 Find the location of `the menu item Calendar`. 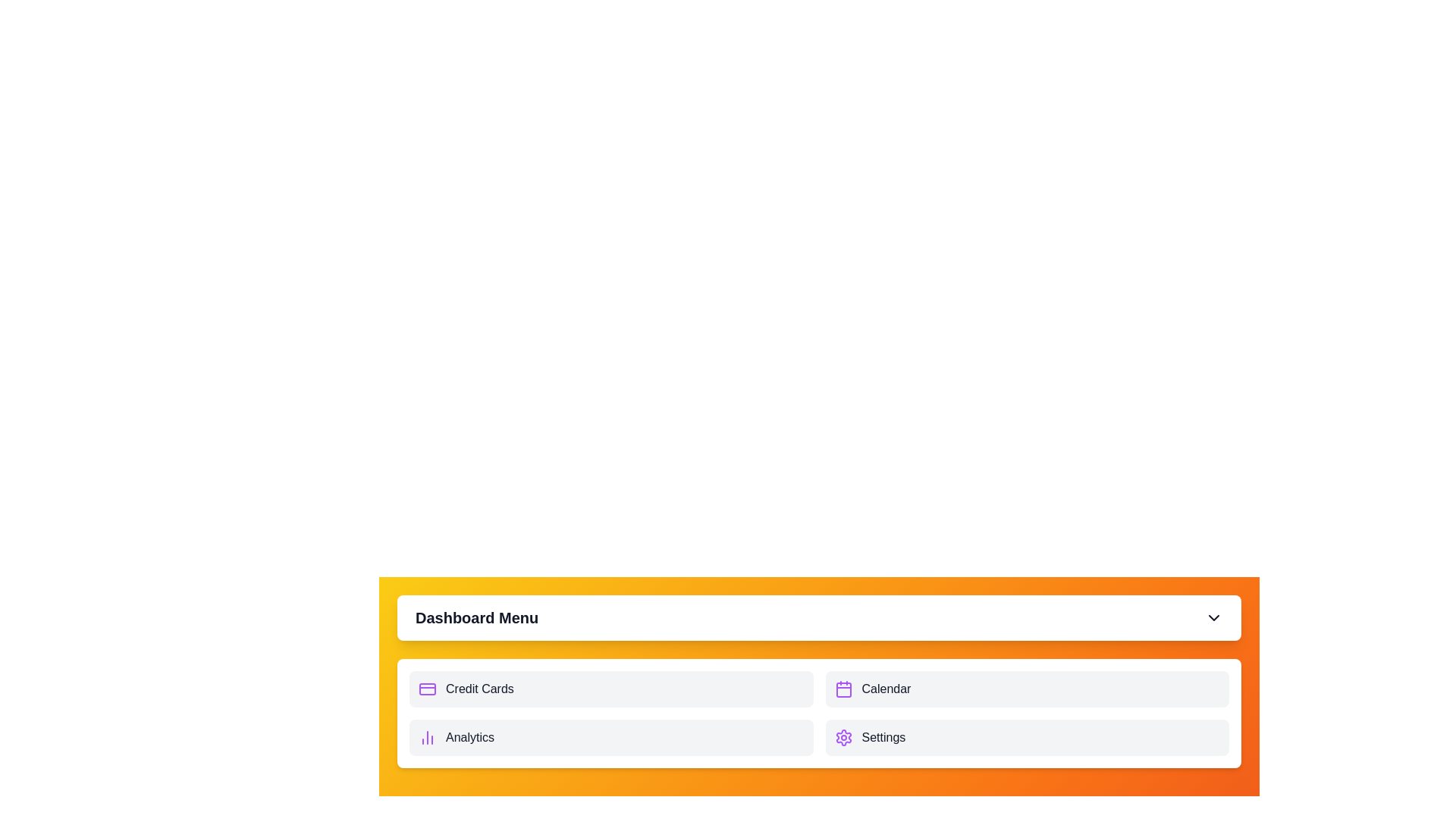

the menu item Calendar is located at coordinates (1027, 689).